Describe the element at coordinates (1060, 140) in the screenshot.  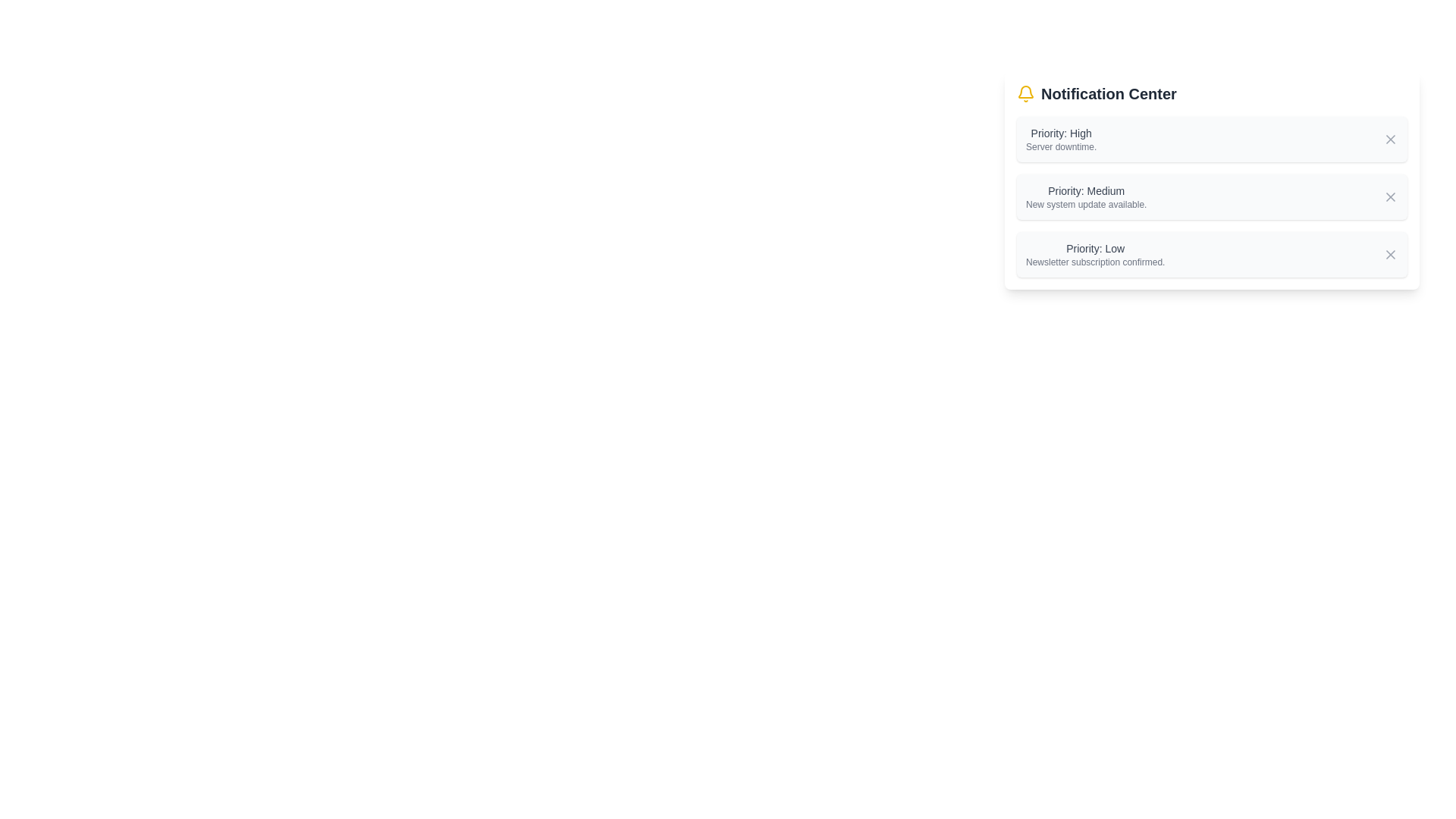
I see `the notification with priority High` at that location.